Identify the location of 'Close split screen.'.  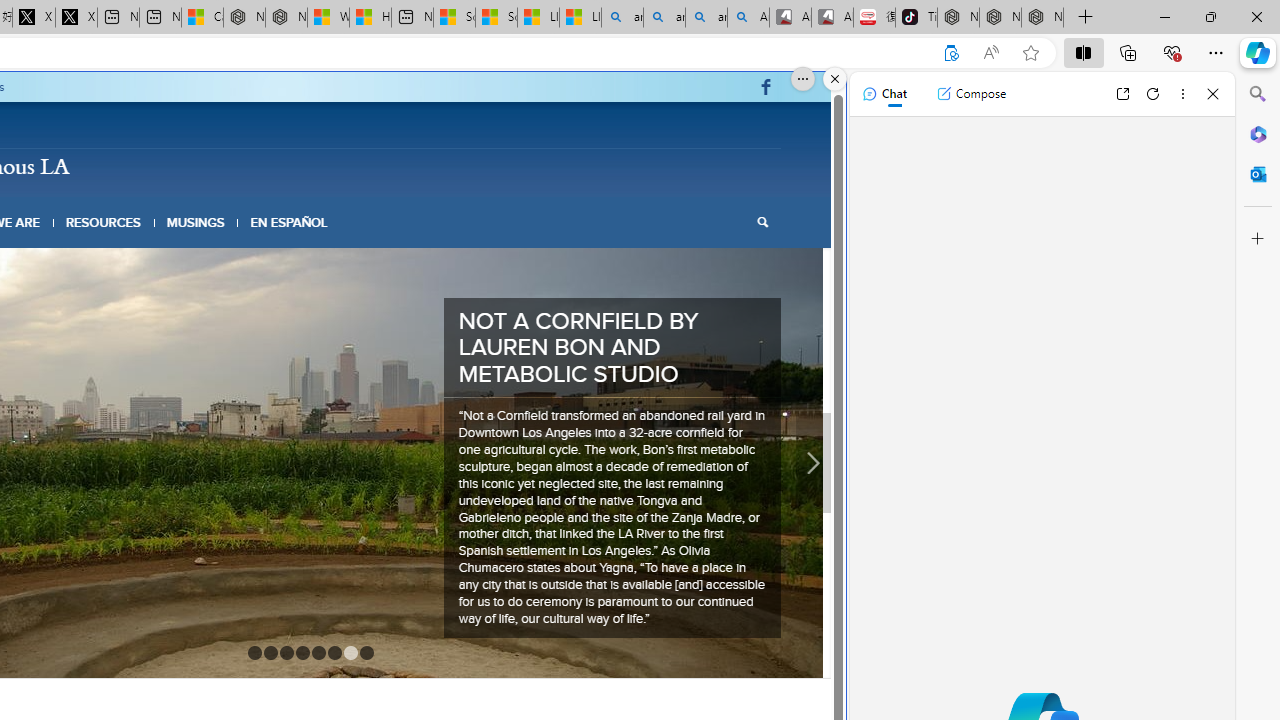
(835, 78).